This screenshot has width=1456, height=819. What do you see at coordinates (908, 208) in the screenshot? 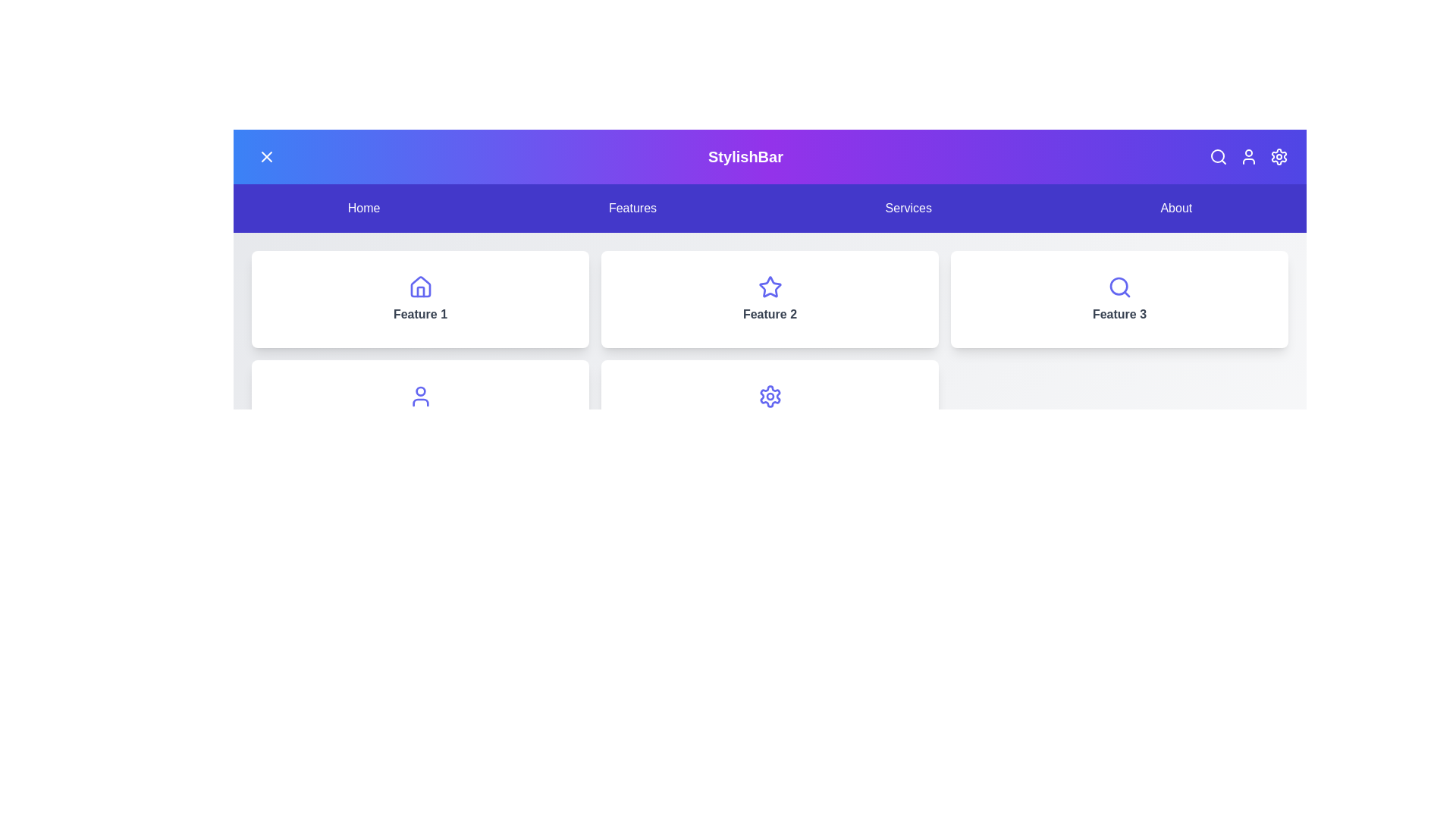
I see `the navigation link labeled Services` at bounding box center [908, 208].